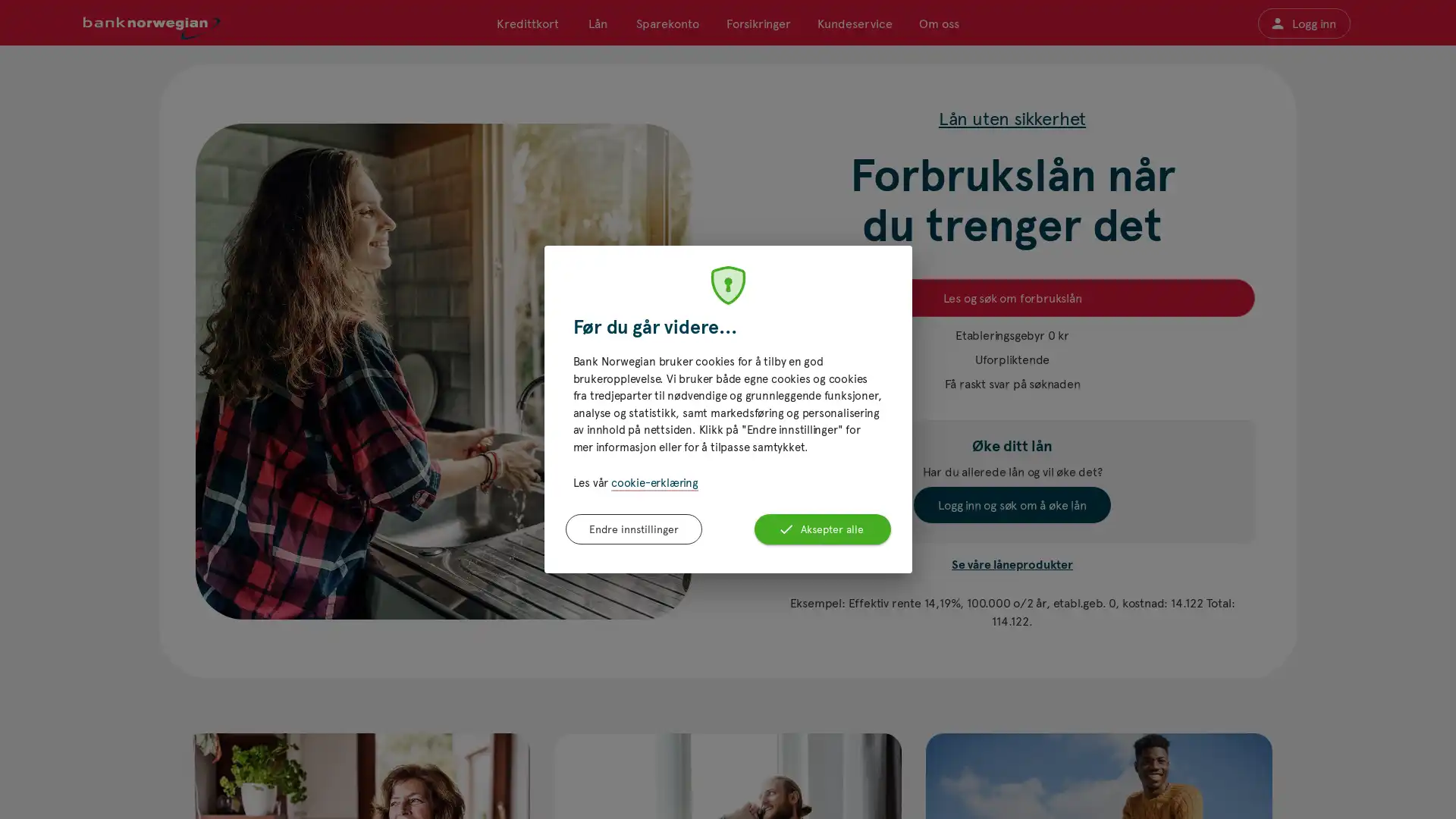  Describe the element at coordinates (528, 23) in the screenshot. I see `Kredittkort` at that location.